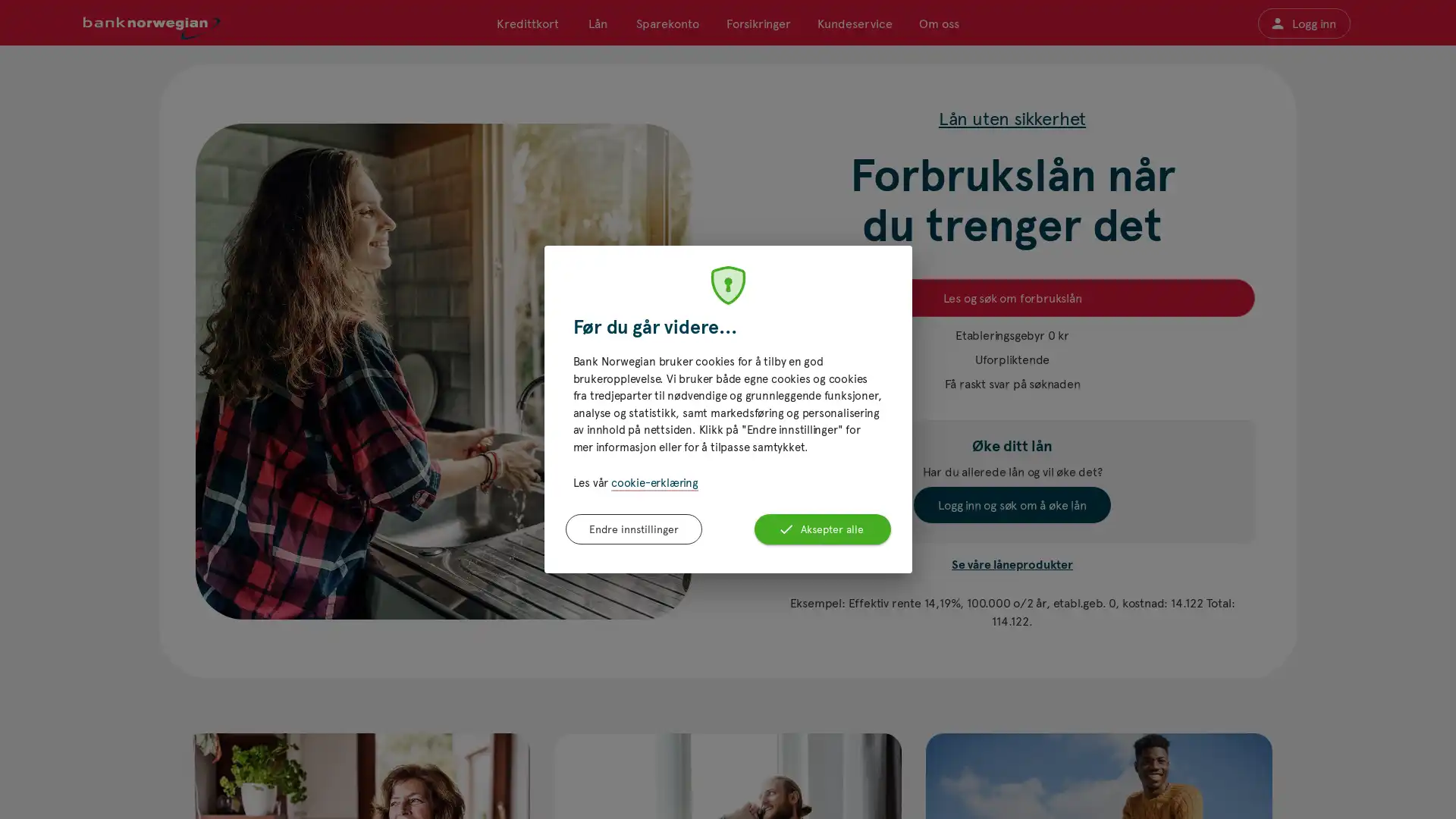  Describe the element at coordinates (528, 23) in the screenshot. I see `Kredittkort` at that location.